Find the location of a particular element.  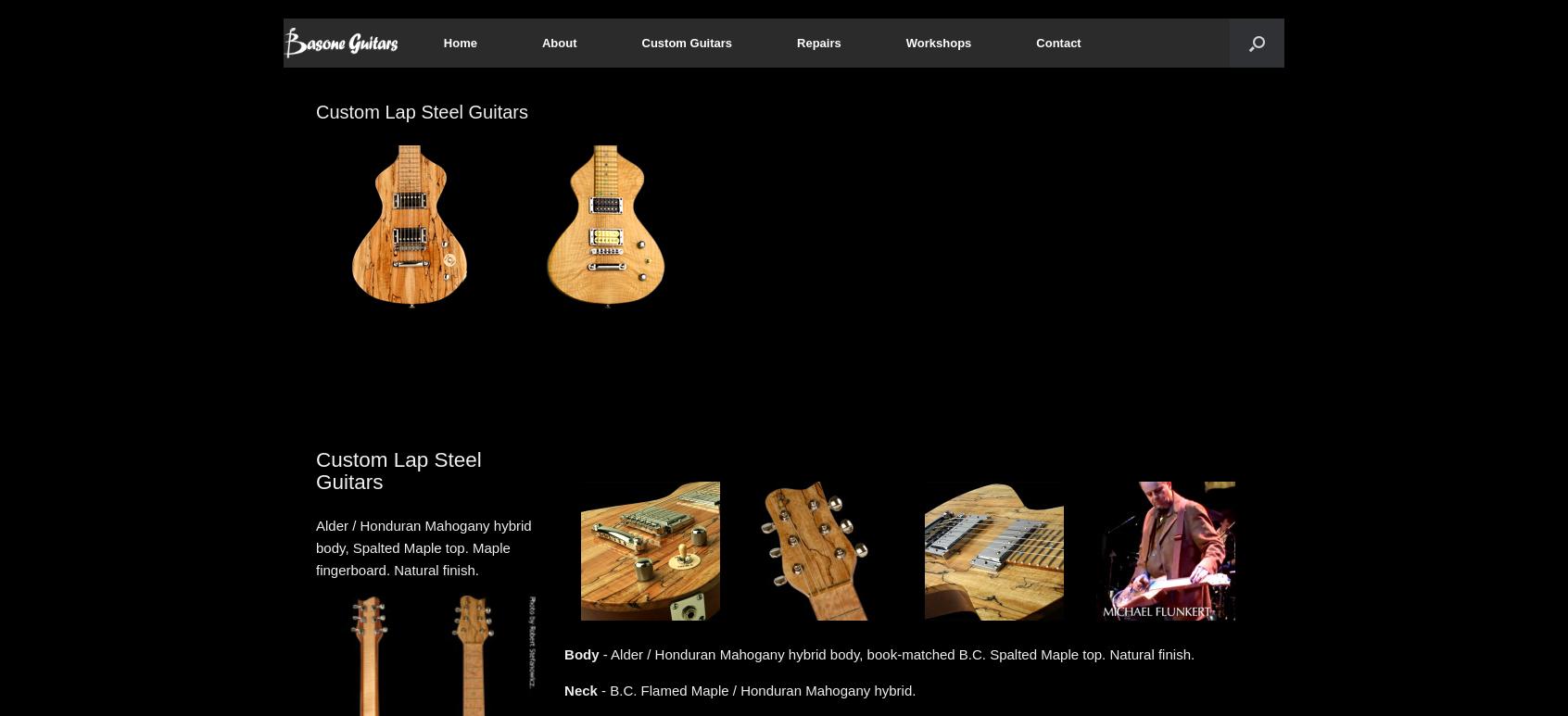

'Body' is located at coordinates (580, 654).